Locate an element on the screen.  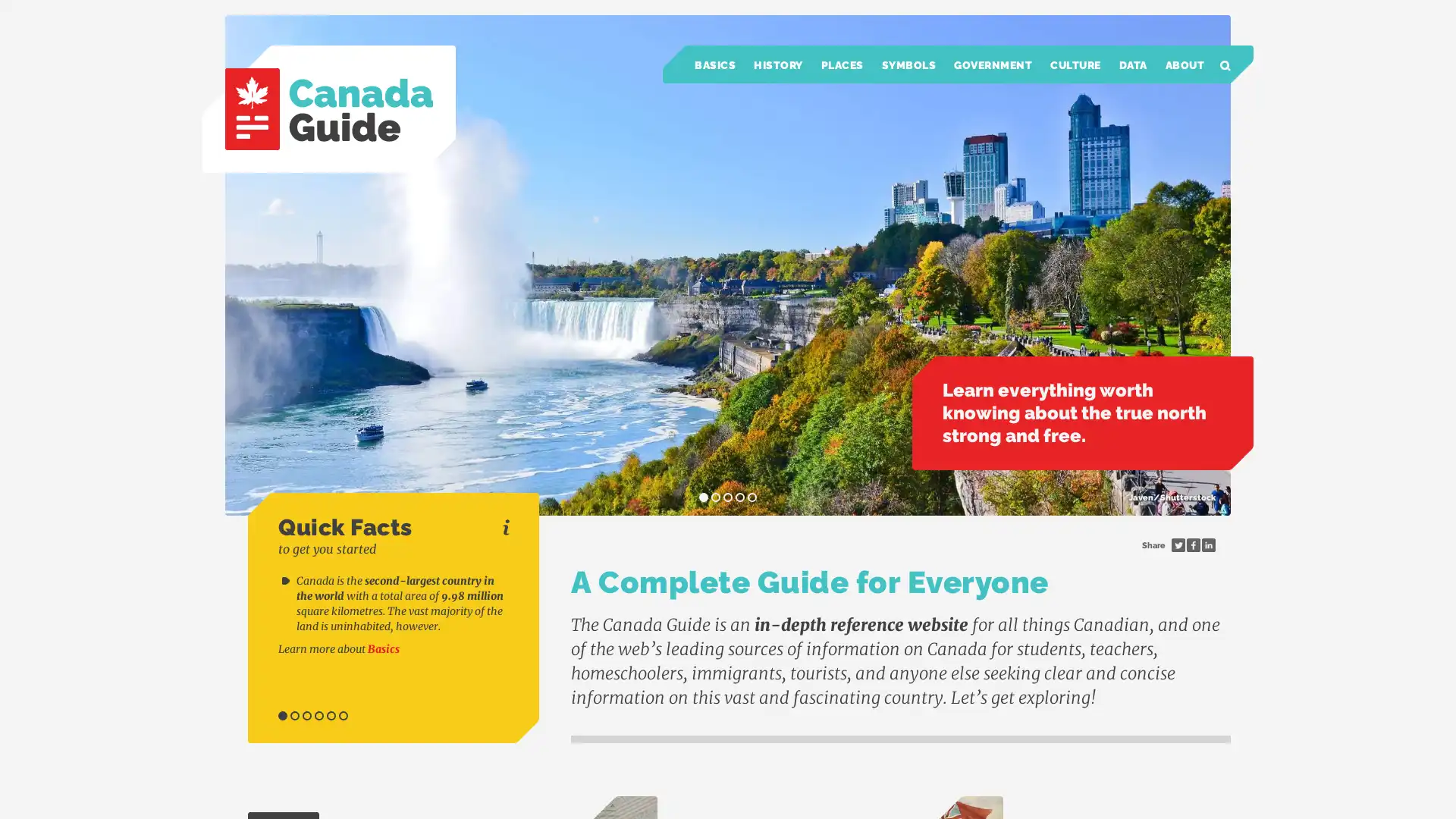
Go to slide 2 is located at coordinates (715, 497).